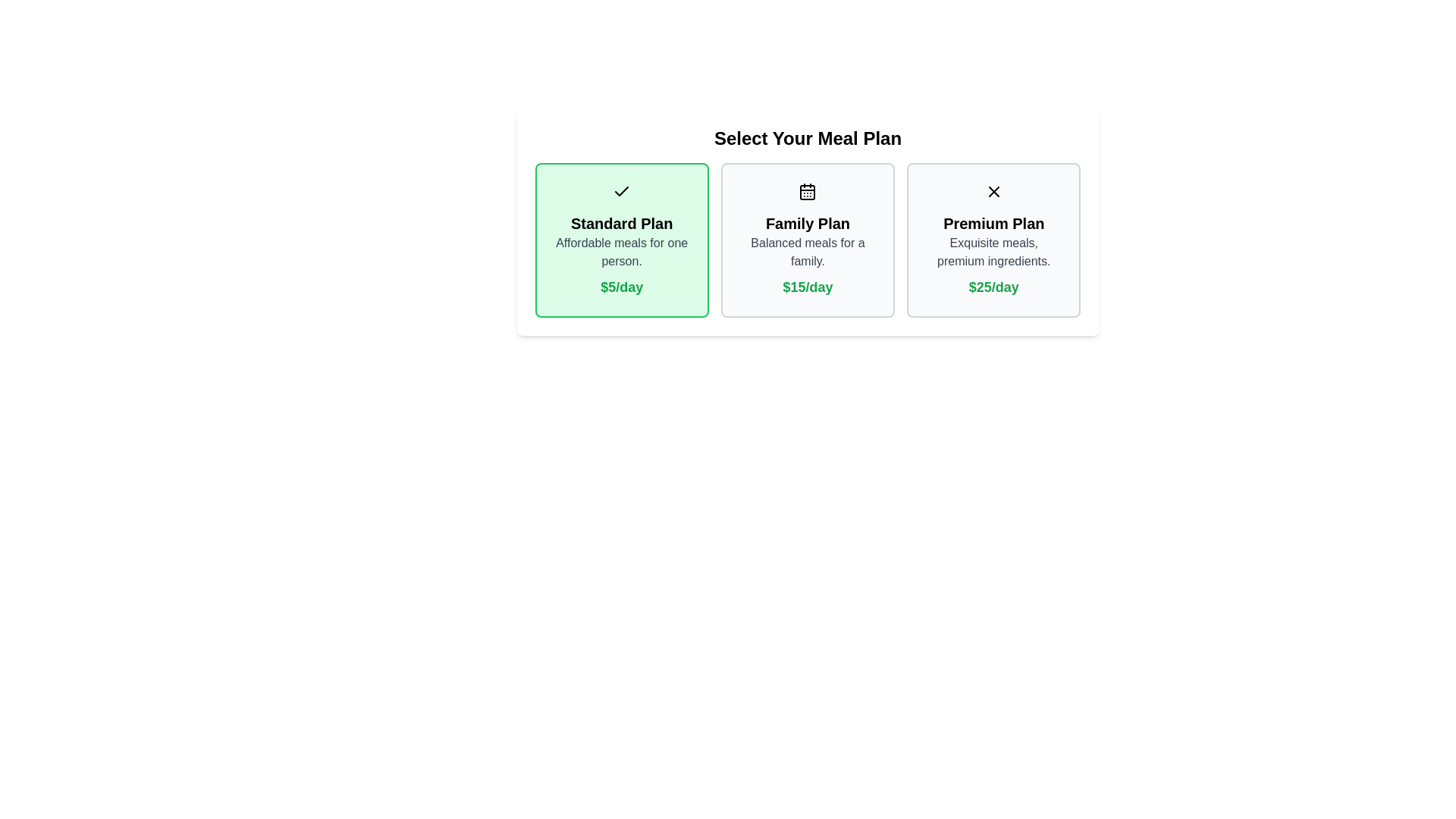 The image size is (1456, 819). What do you see at coordinates (807, 251) in the screenshot?
I see `the text section displaying 'Balanced meals for a family.' located below the 'Family Plan' title and above the '$15/day' price tag in the 'Select Your Meal Plan' section` at bounding box center [807, 251].